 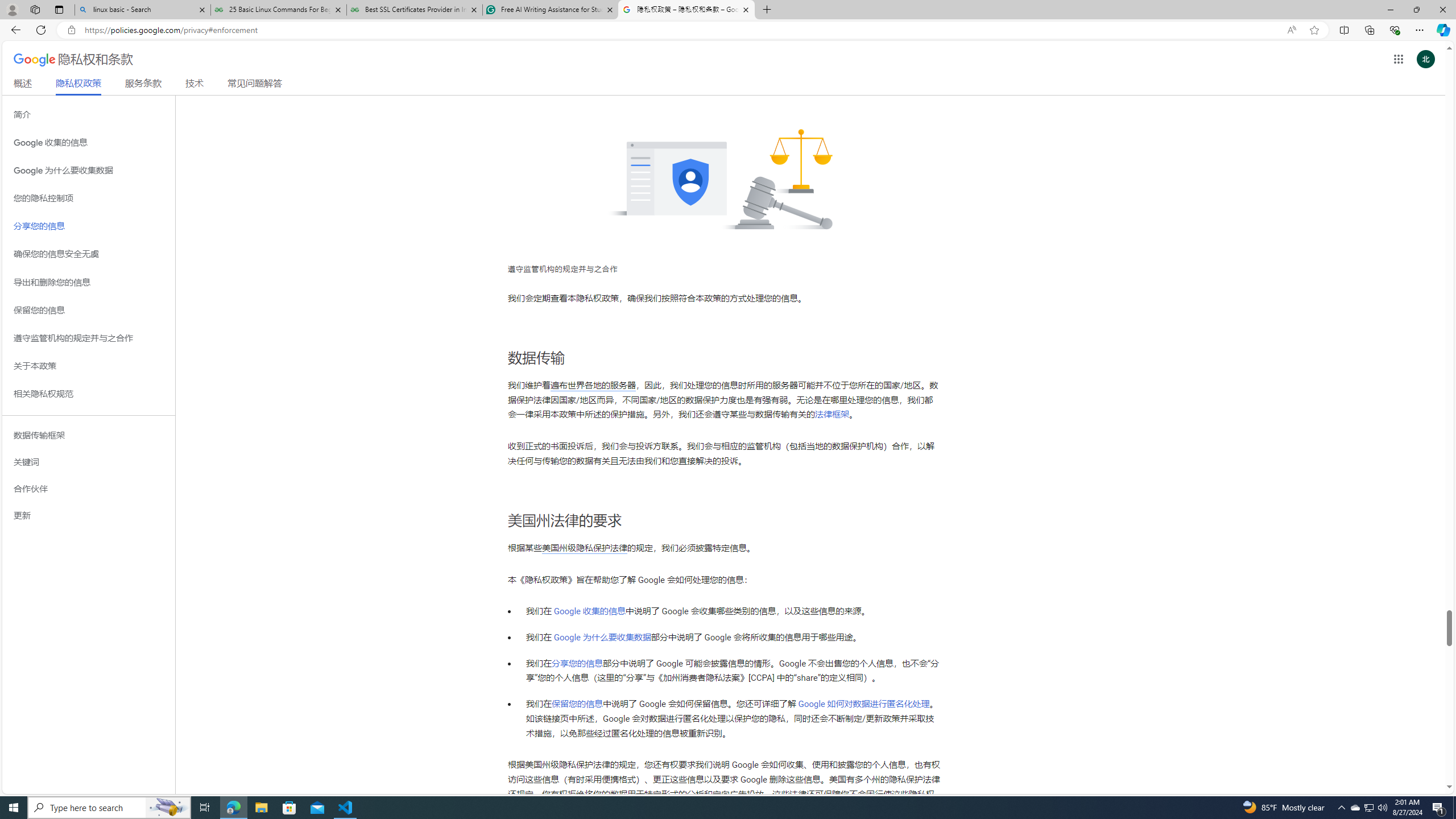 What do you see at coordinates (142, 9) in the screenshot?
I see `'linux basic - Search'` at bounding box center [142, 9].